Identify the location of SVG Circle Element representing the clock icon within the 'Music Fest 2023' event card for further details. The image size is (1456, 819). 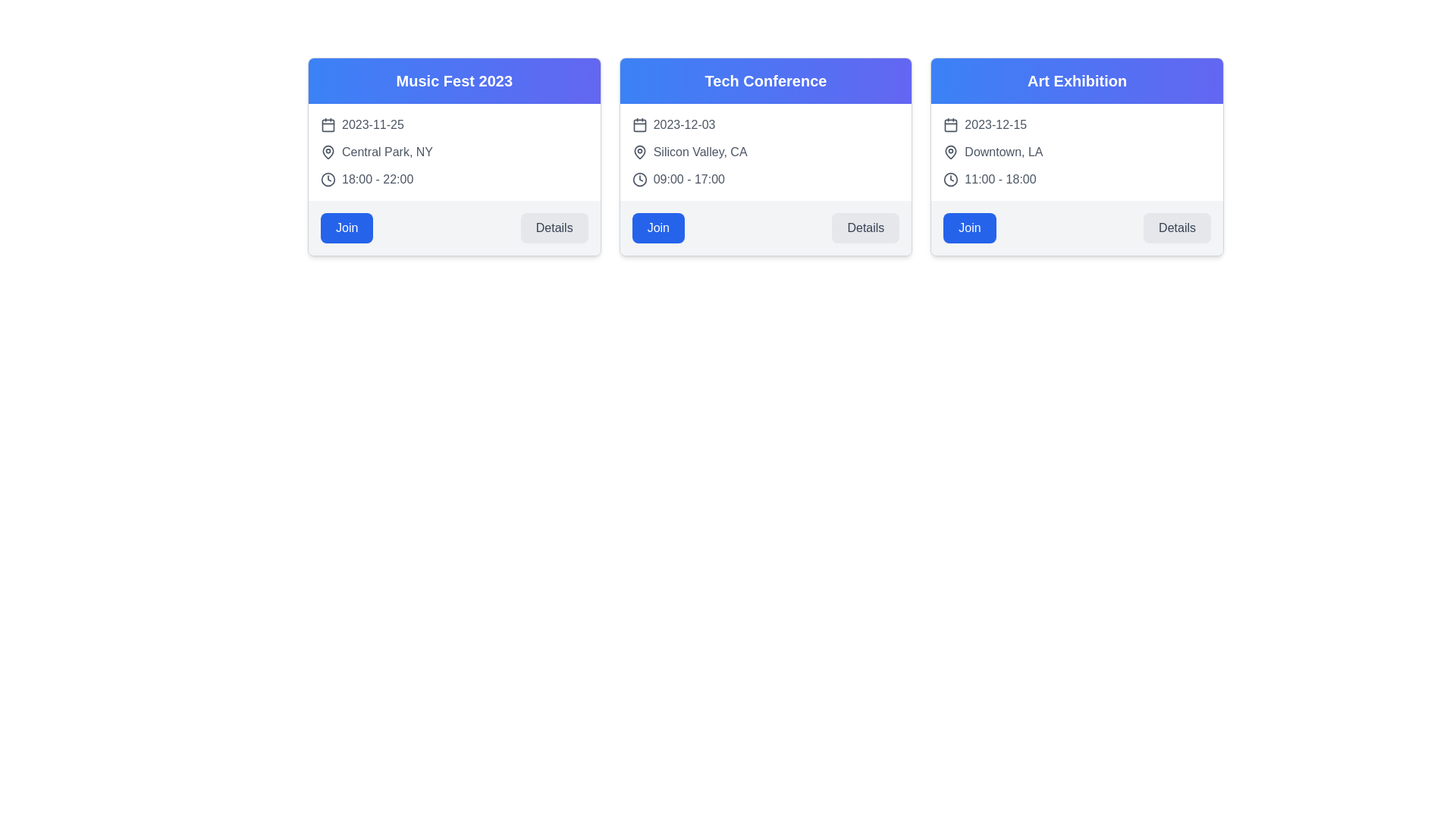
(327, 178).